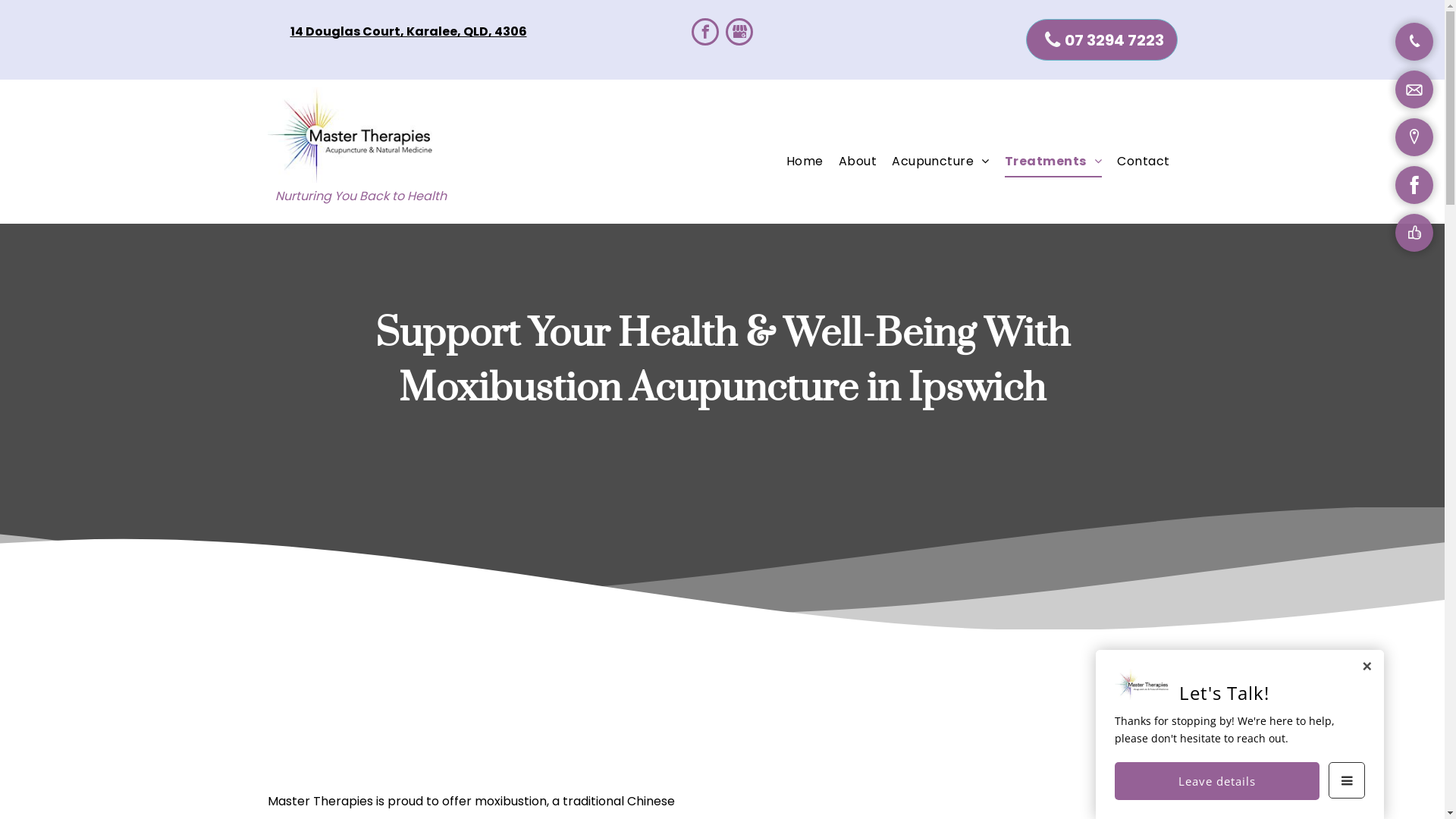 The width and height of the screenshot is (1456, 819). What do you see at coordinates (1216, 780) in the screenshot?
I see `'Leave details'` at bounding box center [1216, 780].